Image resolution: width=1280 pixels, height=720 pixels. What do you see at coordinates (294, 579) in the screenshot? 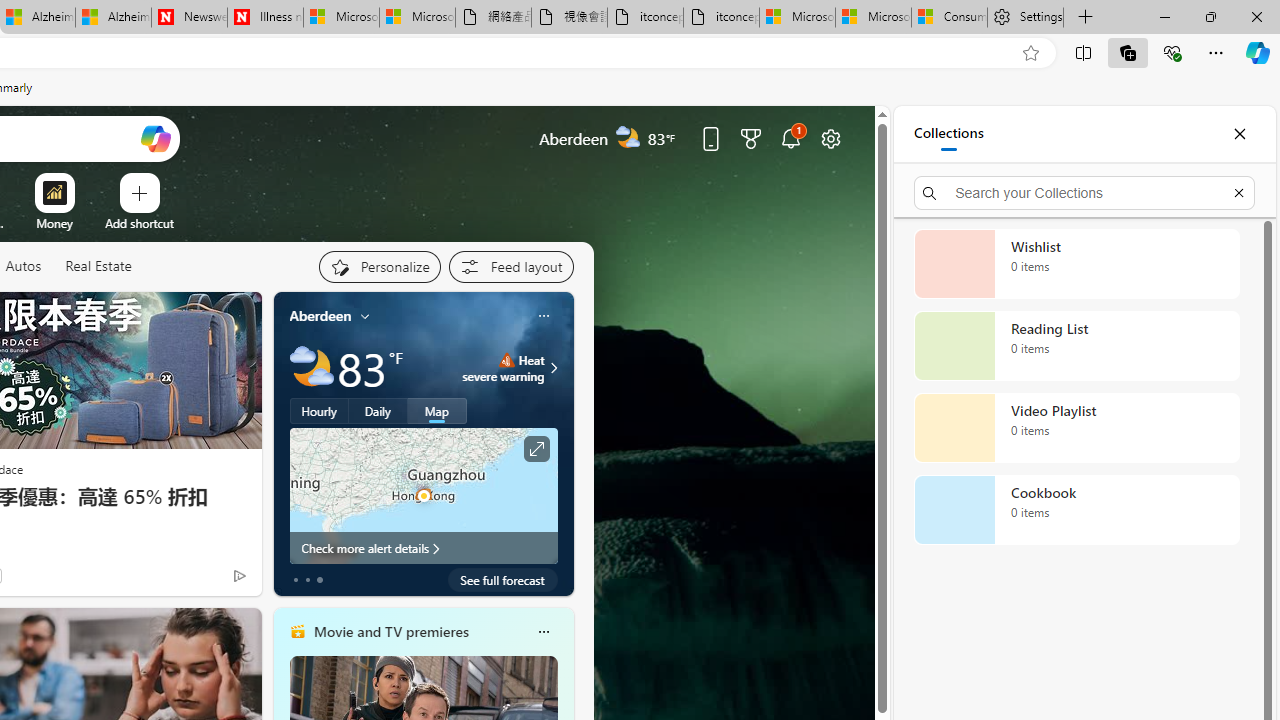
I see `'tab-0'` at bounding box center [294, 579].